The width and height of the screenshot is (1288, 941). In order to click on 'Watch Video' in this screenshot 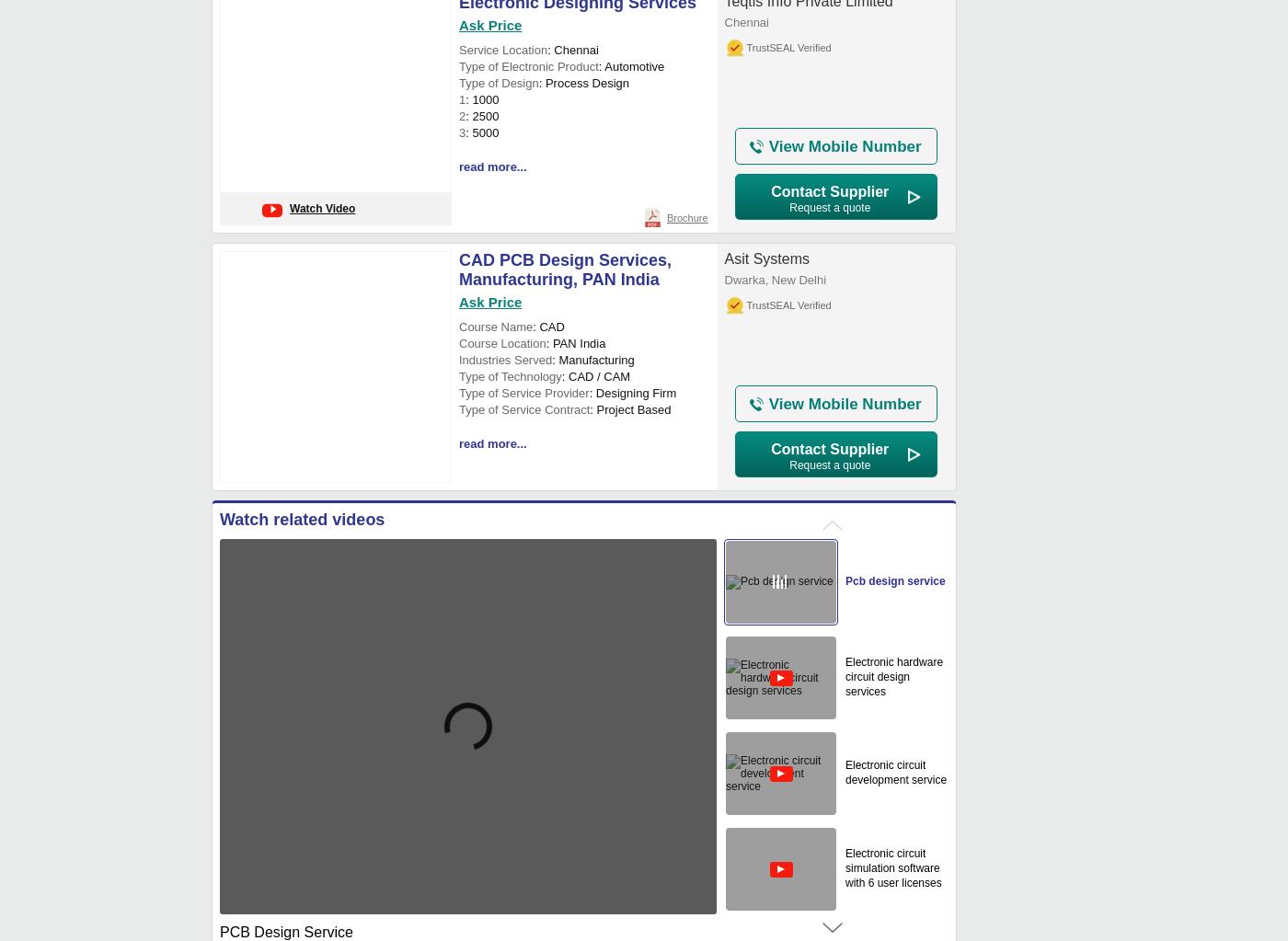, I will do `click(322, 208)`.